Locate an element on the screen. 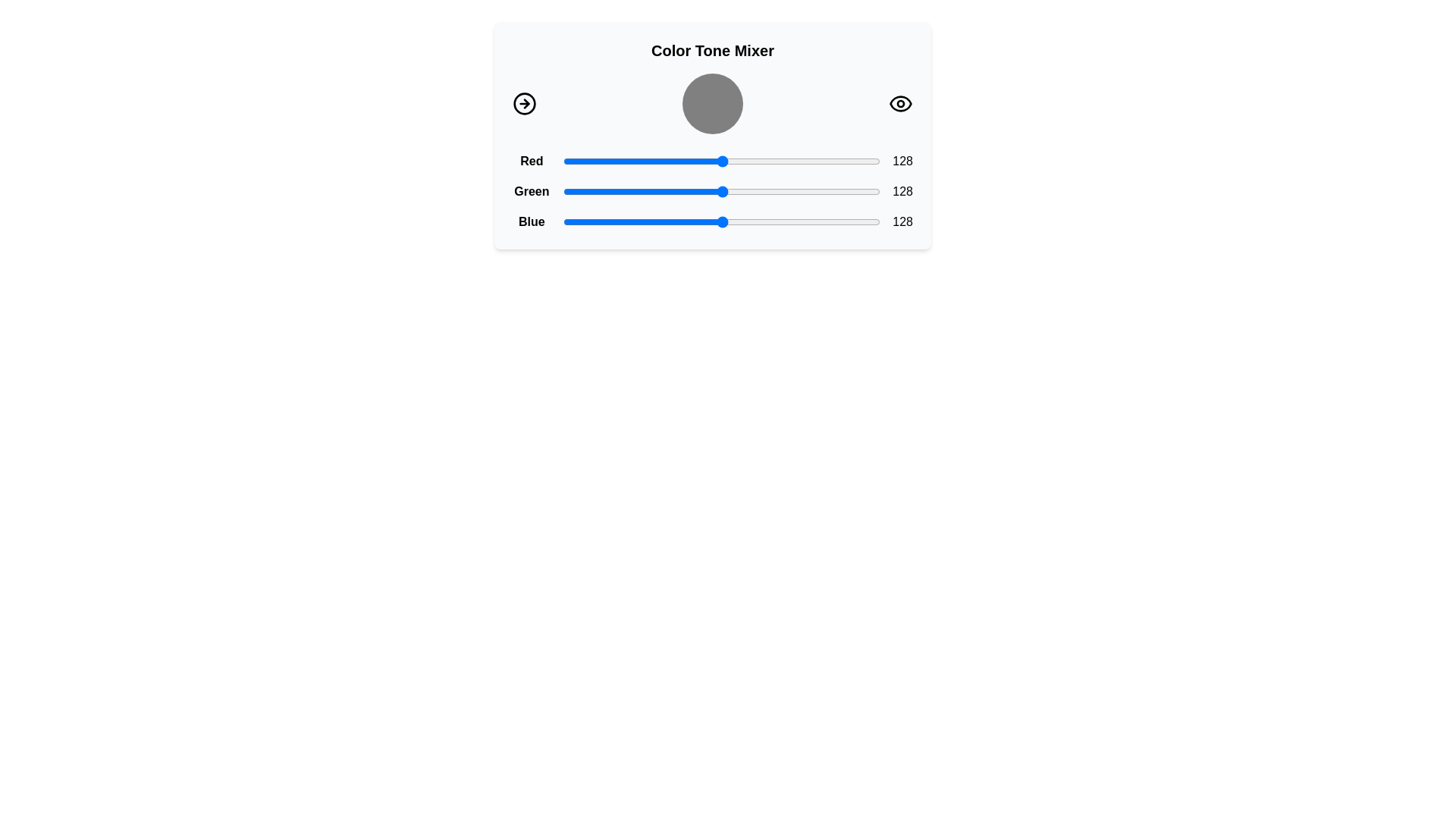  the first horizontal slider control labeled 'Red' located below 'Color Tone Mixer' and above the 'Green' slider is located at coordinates (712, 161).